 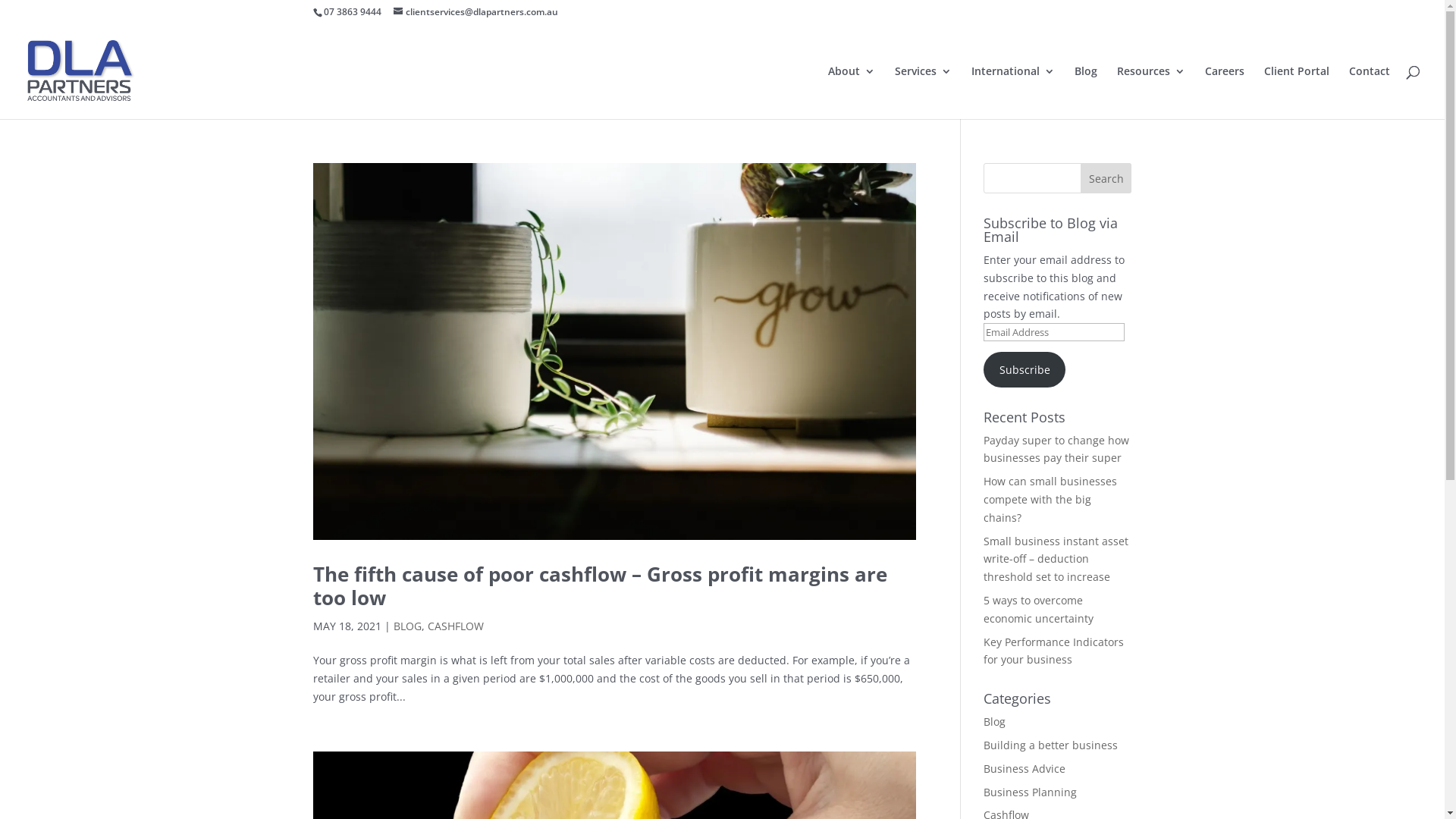 I want to click on 'clientservices@dlapartners.com.au', so click(x=474, y=11).